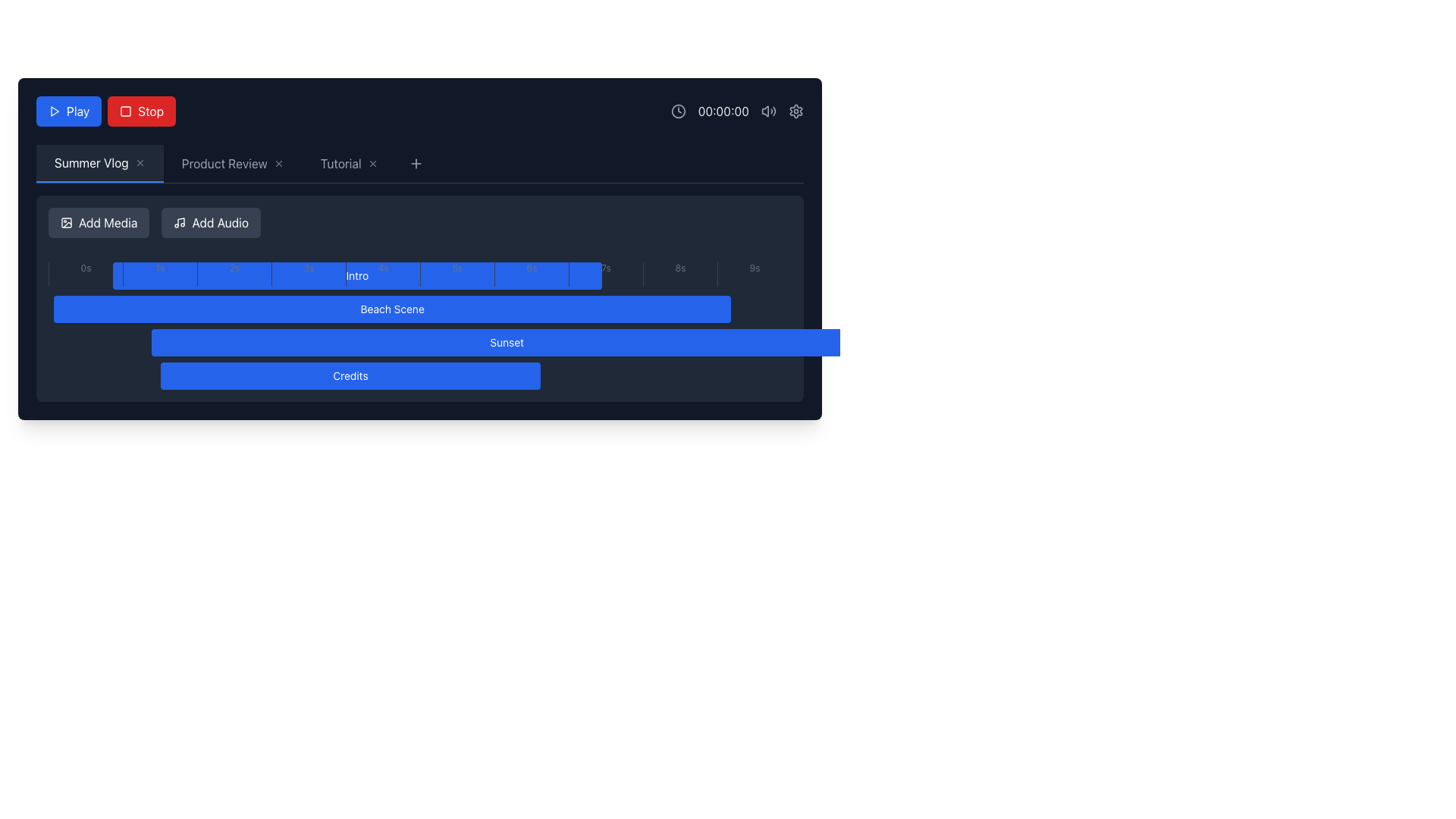 The image size is (1456, 819). What do you see at coordinates (224, 164) in the screenshot?
I see `the static text label that displays 'Product Review', which is styled in light color on a dark background and positioned between 'Summer Vlog' and 'Tutorial' in the navigation tab` at bounding box center [224, 164].